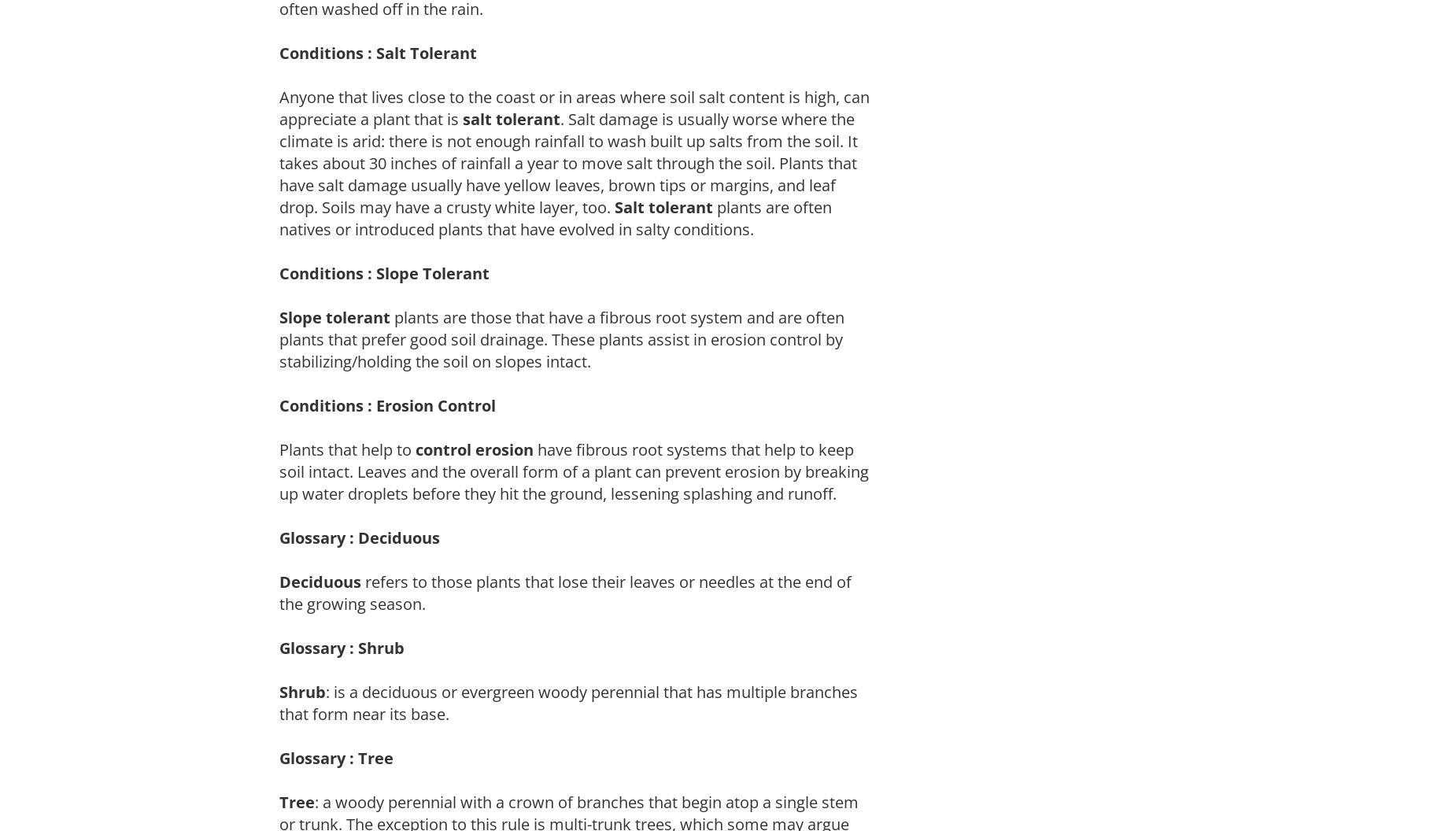 This screenshot has height=831, width=1456. I want to click on 'Deciduous', so click(320, 580).